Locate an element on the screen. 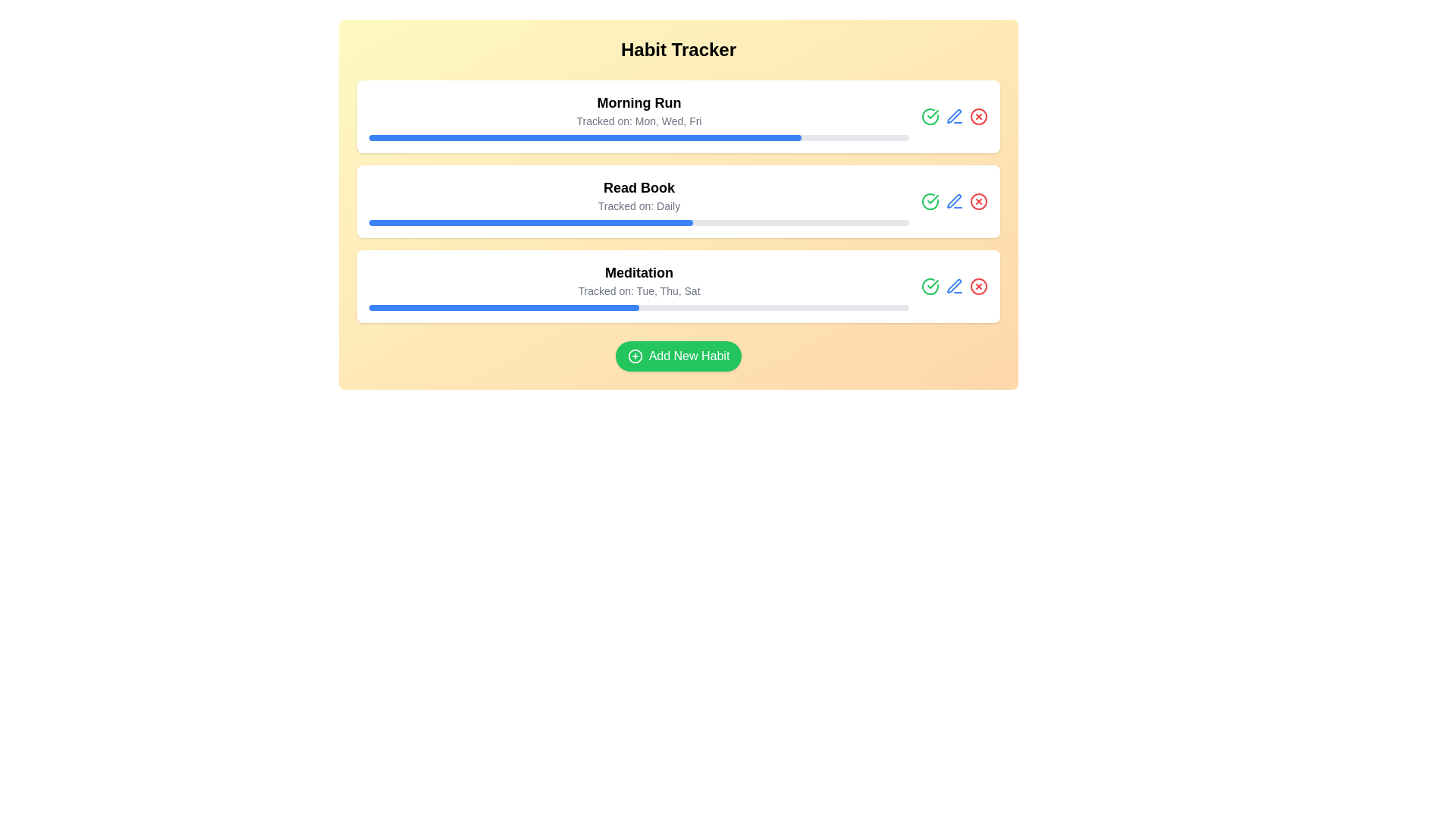 Image resolution: width=1456 pixels, height=819 pixels. the edit icon button located in the middle of the three icons on the right side of the 'Meditation' habit card is located at coordinates (953, 287).